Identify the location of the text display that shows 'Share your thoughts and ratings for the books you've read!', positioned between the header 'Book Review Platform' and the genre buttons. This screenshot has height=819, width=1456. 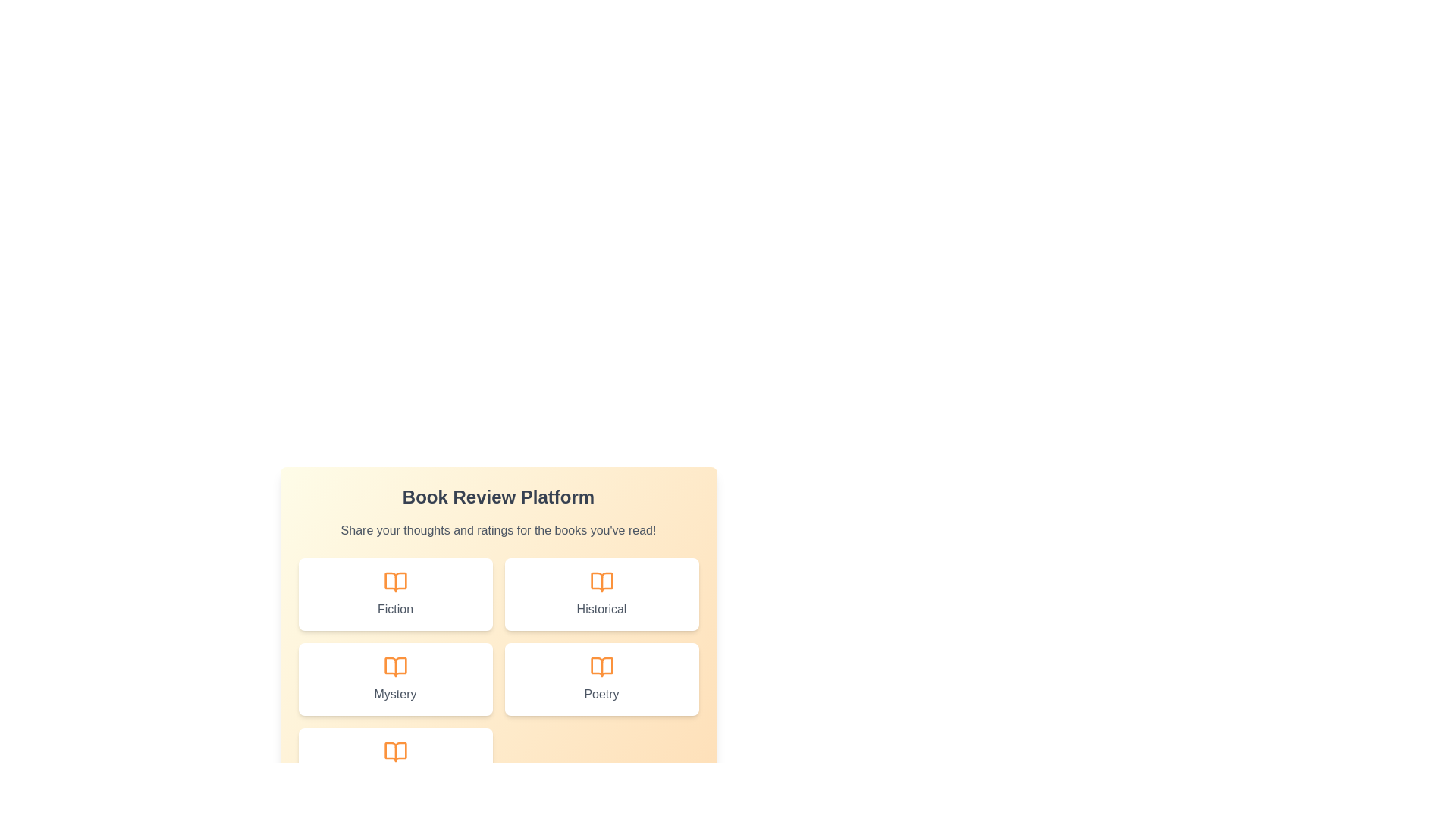
(498, 529).